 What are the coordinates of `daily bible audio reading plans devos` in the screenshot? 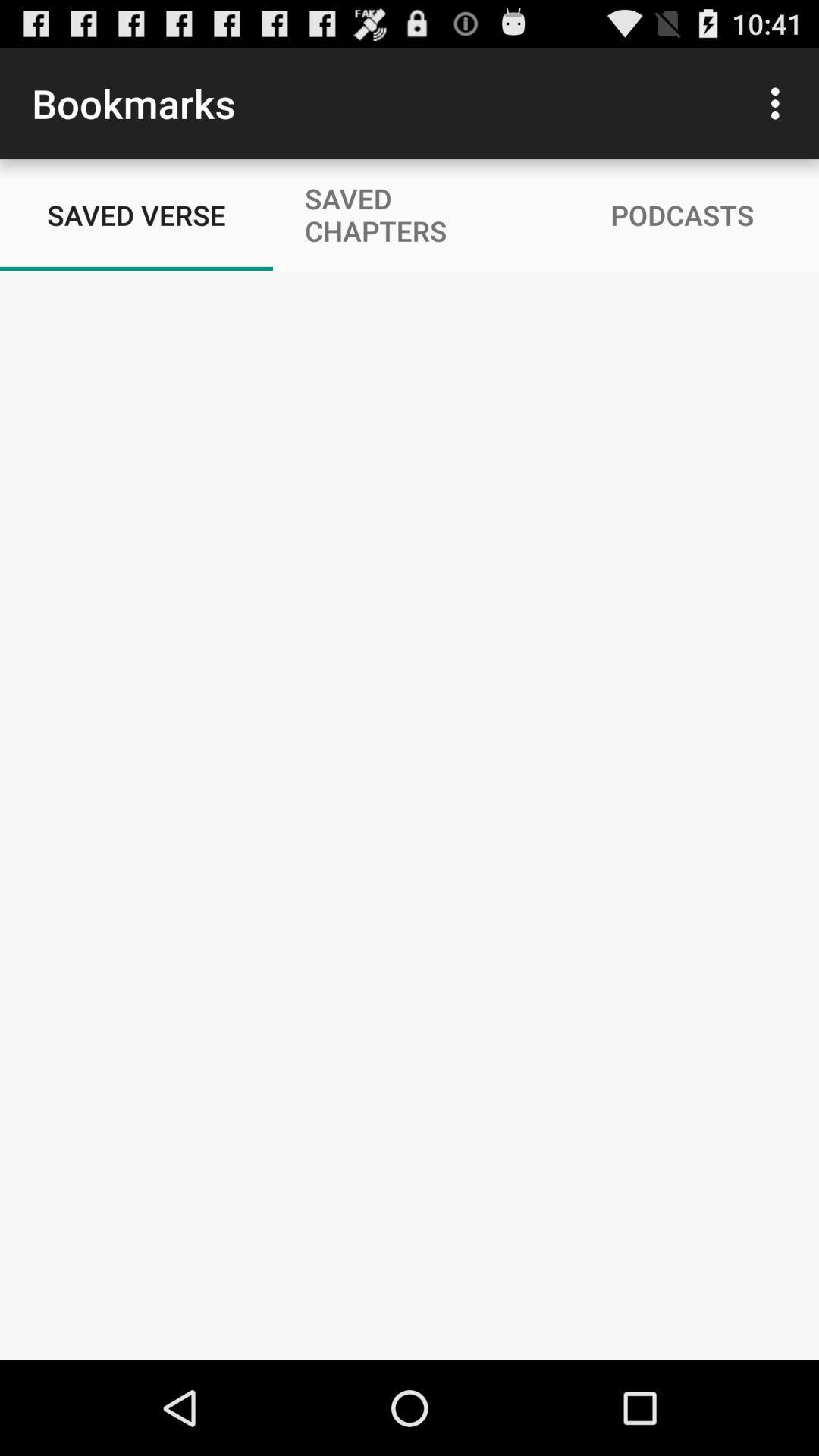 It's located at (409, 814).